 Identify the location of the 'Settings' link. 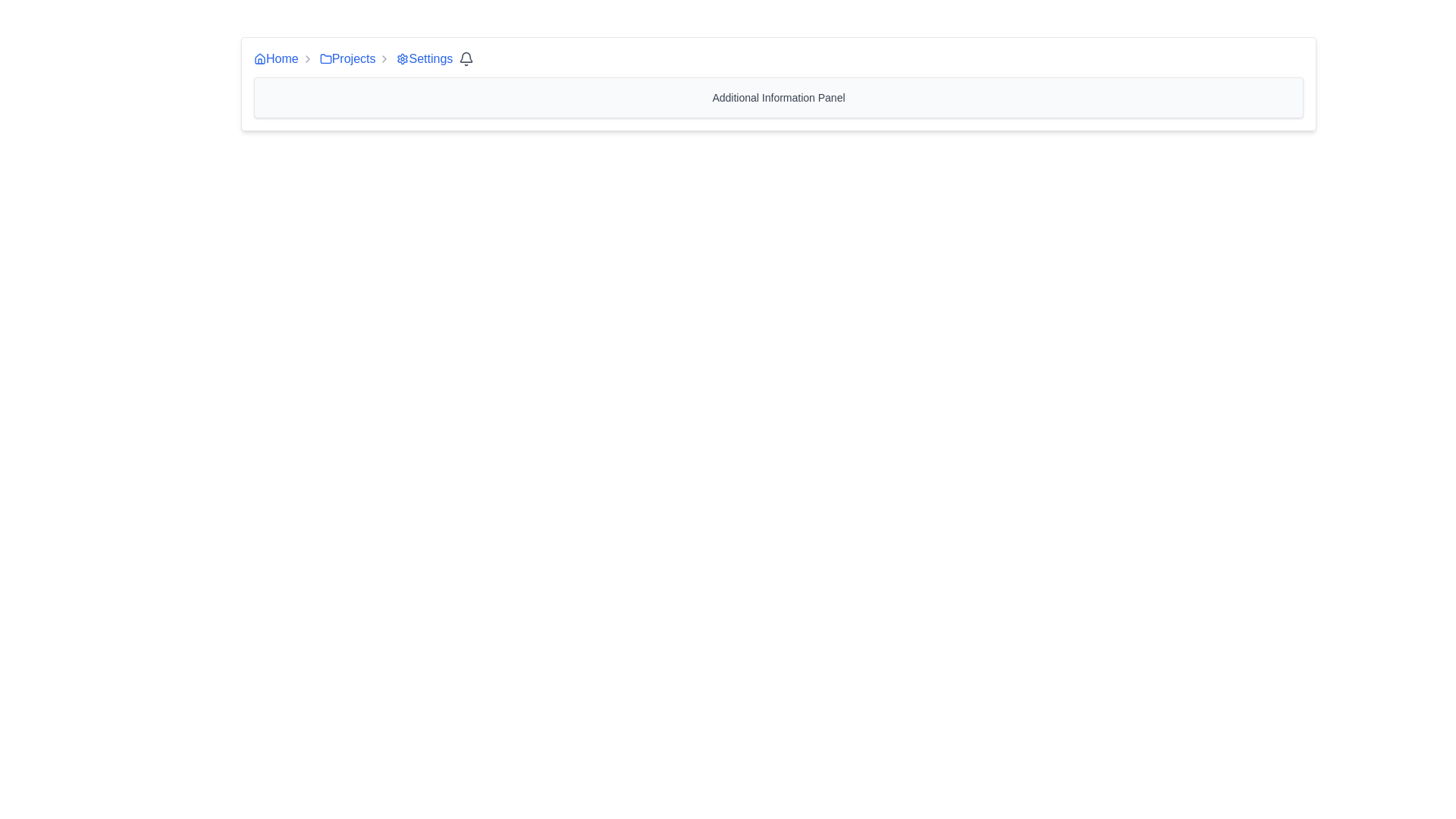
(425, 58).